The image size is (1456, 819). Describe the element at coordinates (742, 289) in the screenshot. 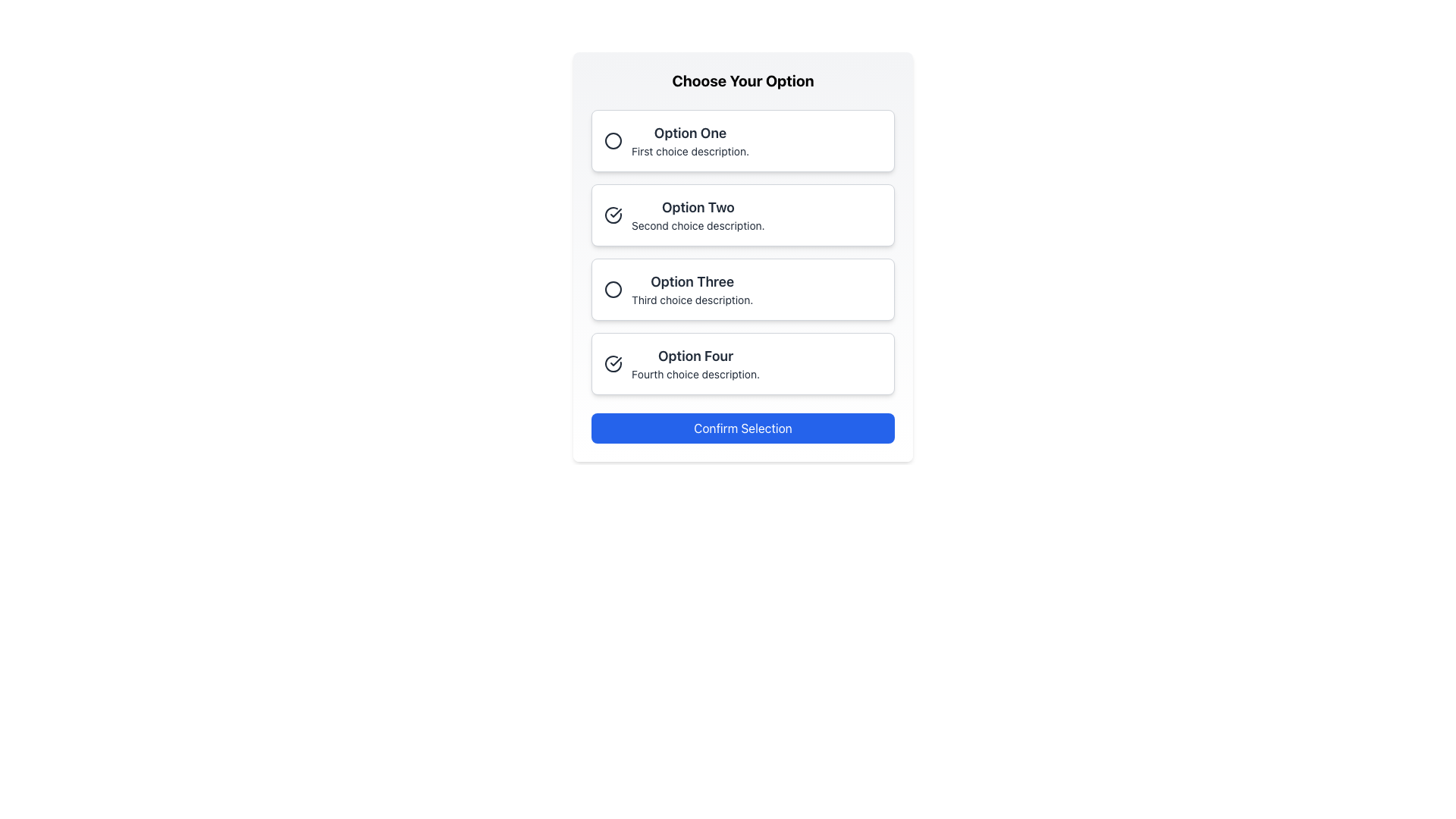

I see `the Selectable option card that represents 'Option Three' in the vertical list` at that location.